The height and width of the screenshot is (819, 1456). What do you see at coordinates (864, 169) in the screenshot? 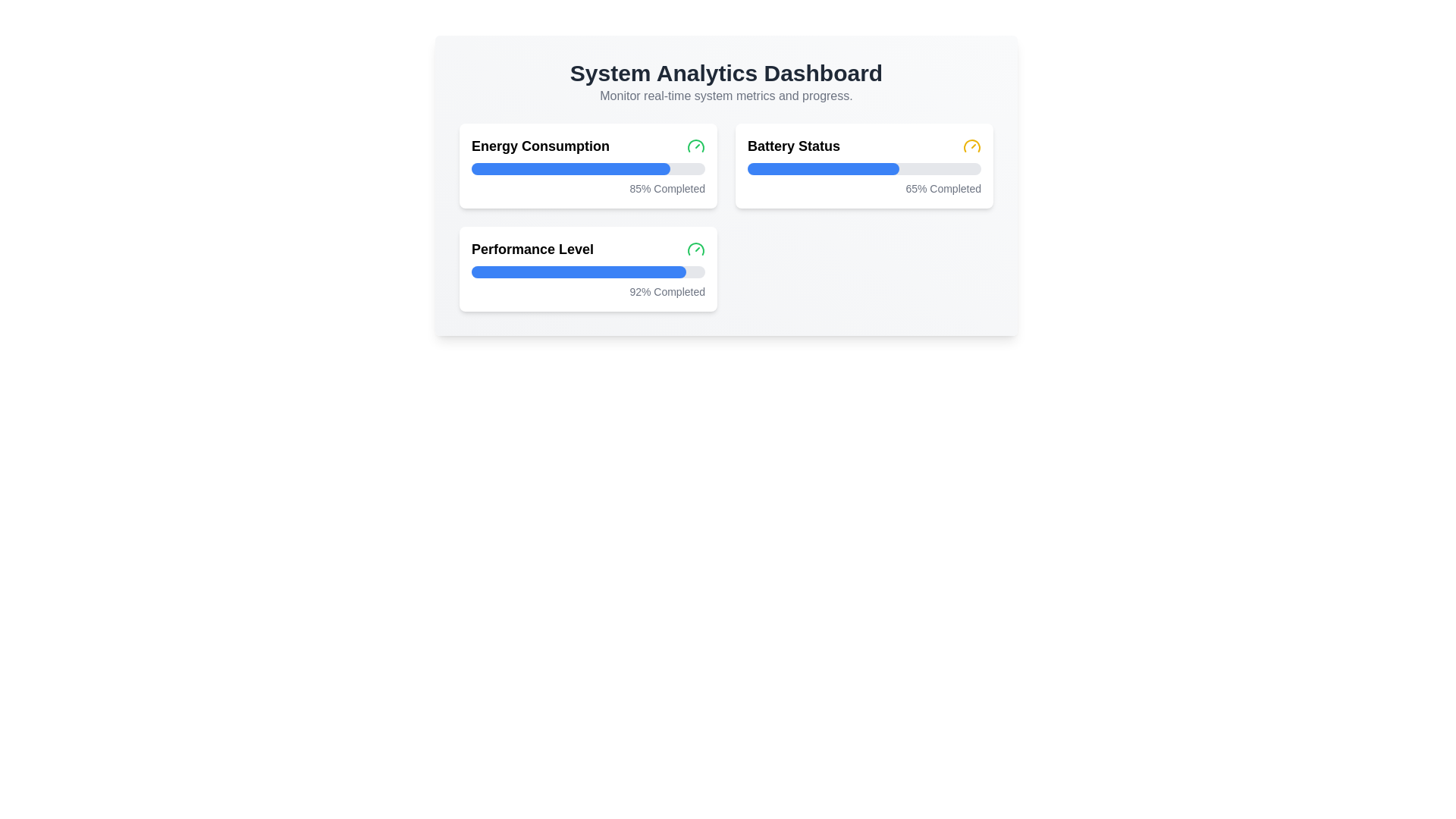
I see `the progress bar located in the 'Battery Status' card at the top-right of the dashboard, which has a gray background and a blue filled portion indicating progress` at bounding box center [864, 169].